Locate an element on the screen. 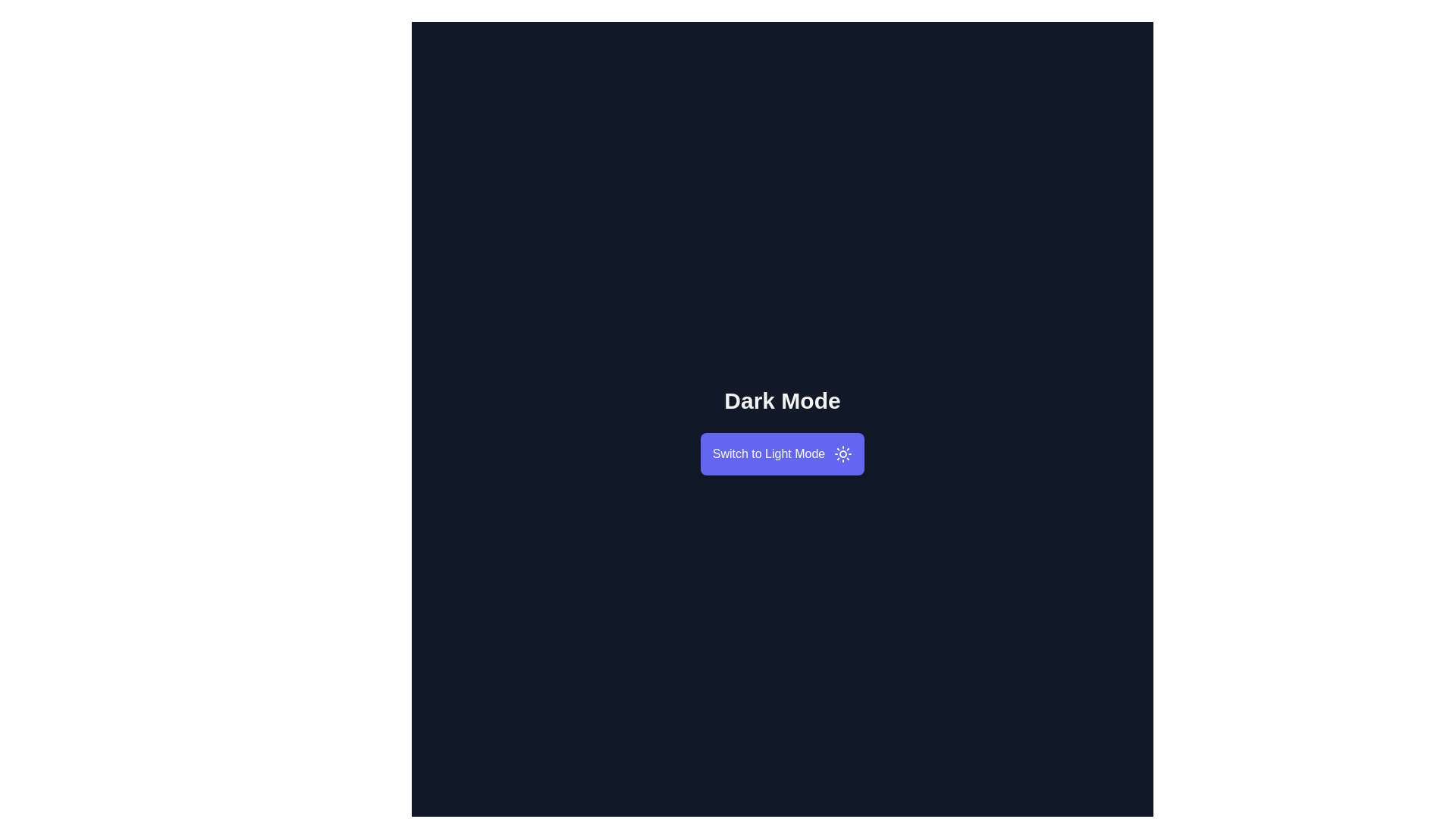 The width and height of the screenshot is (1456, 819). the theme icon to toggle the theme is located at coordinates (843, 453).